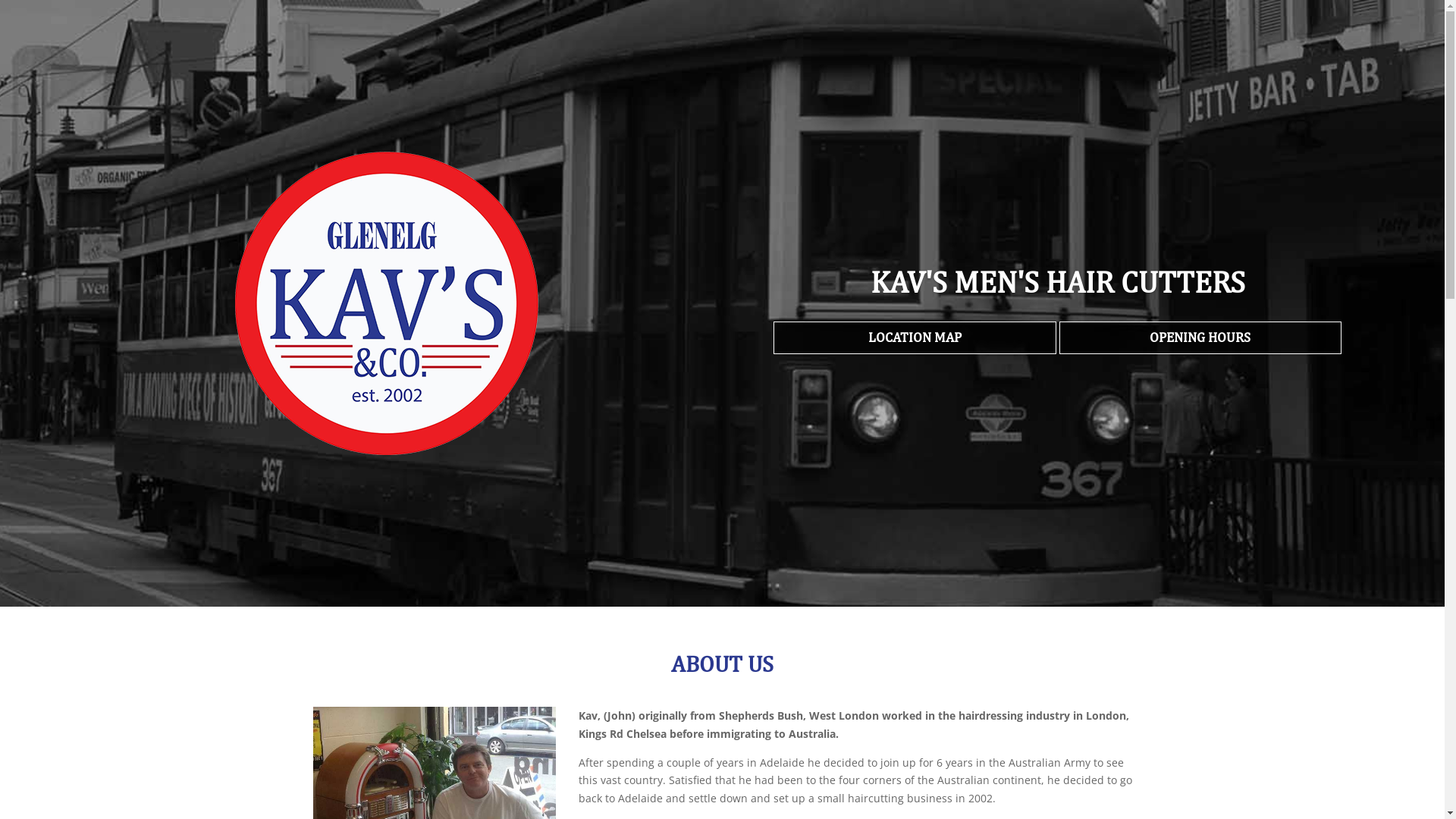  What do you see at coordinates (1200, 337) in the screenshot?
I see `'OPENING HOURS'` at bounding box center [1200, 337].